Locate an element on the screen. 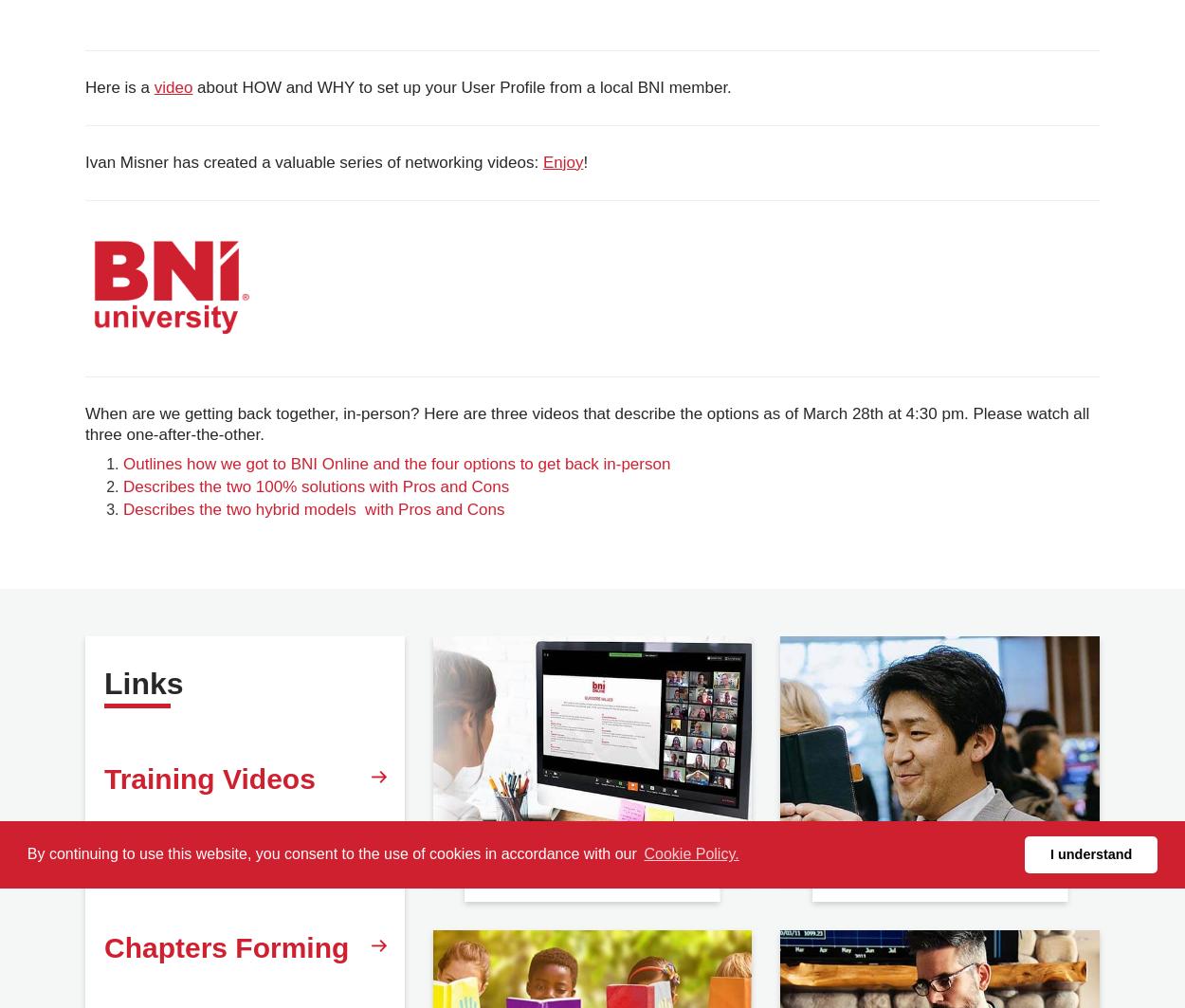  'Chapters Forming' is located at coordinates (226, 945).